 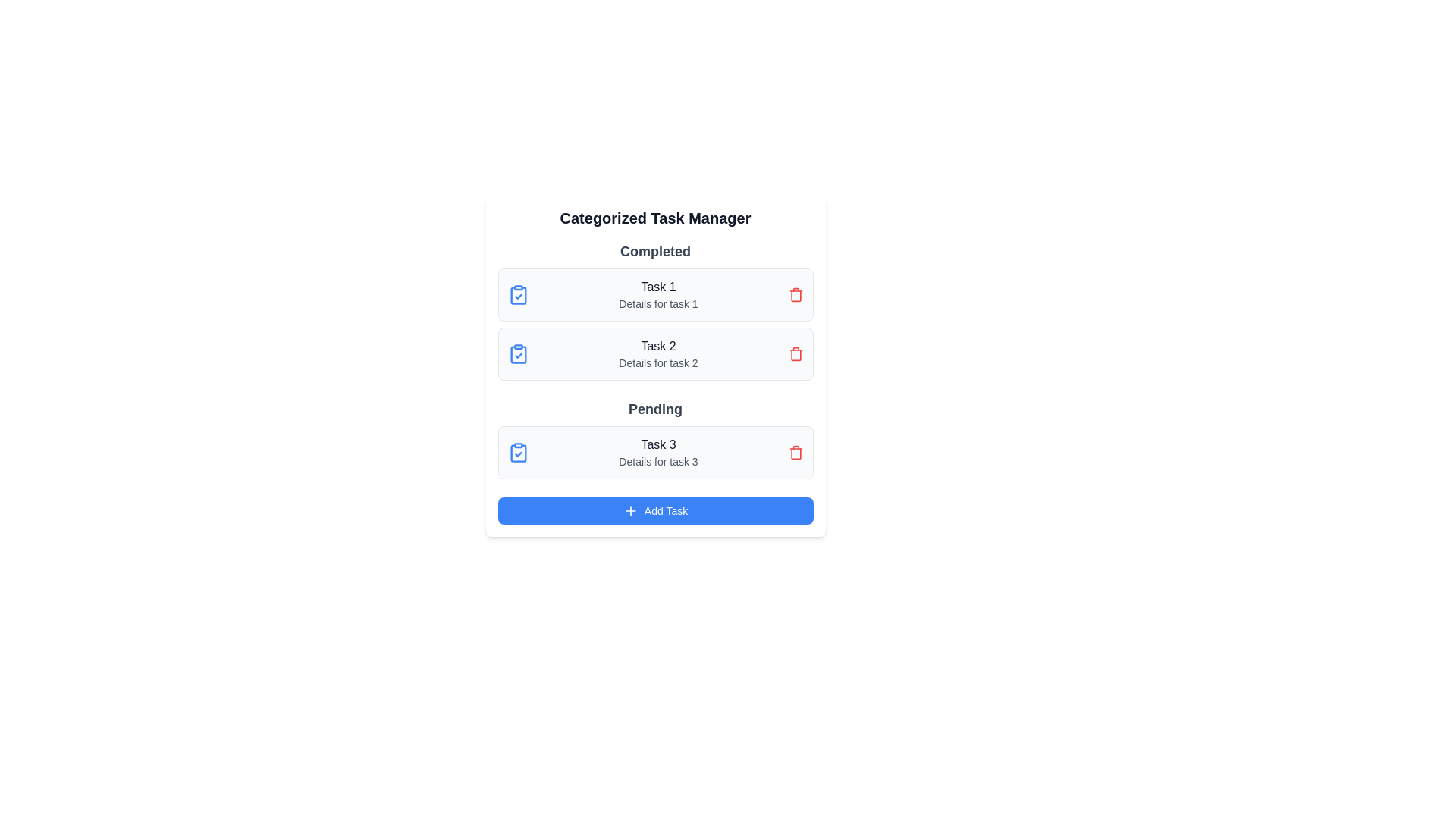 What do you see at coordinates (518, 353) in the screenshot?
I see `the check icon for task Task 2 to mark it as completed or inspected` at bounding box center [518, 353].